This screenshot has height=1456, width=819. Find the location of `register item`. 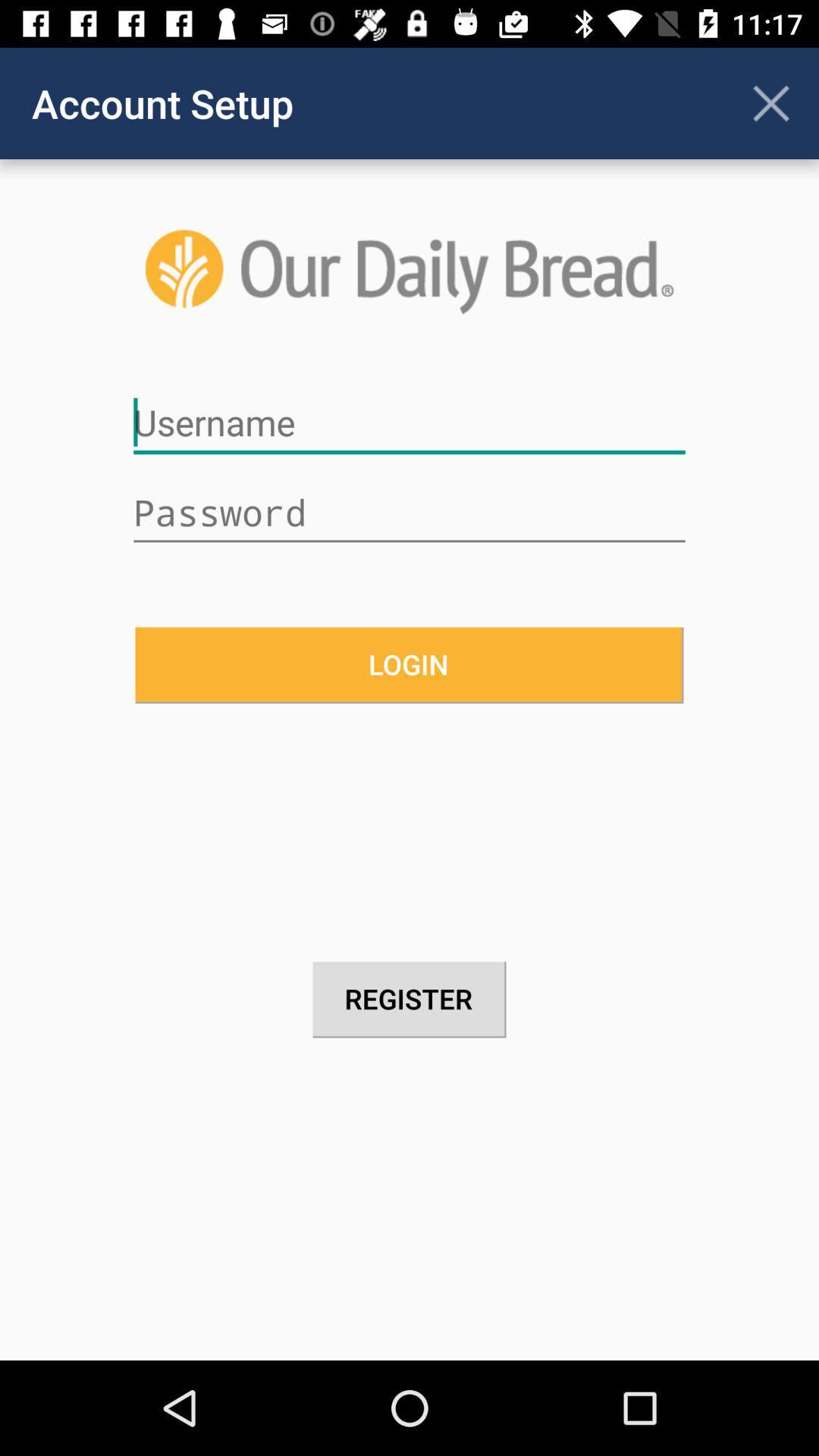

register item is located at coordinates (409, 999).